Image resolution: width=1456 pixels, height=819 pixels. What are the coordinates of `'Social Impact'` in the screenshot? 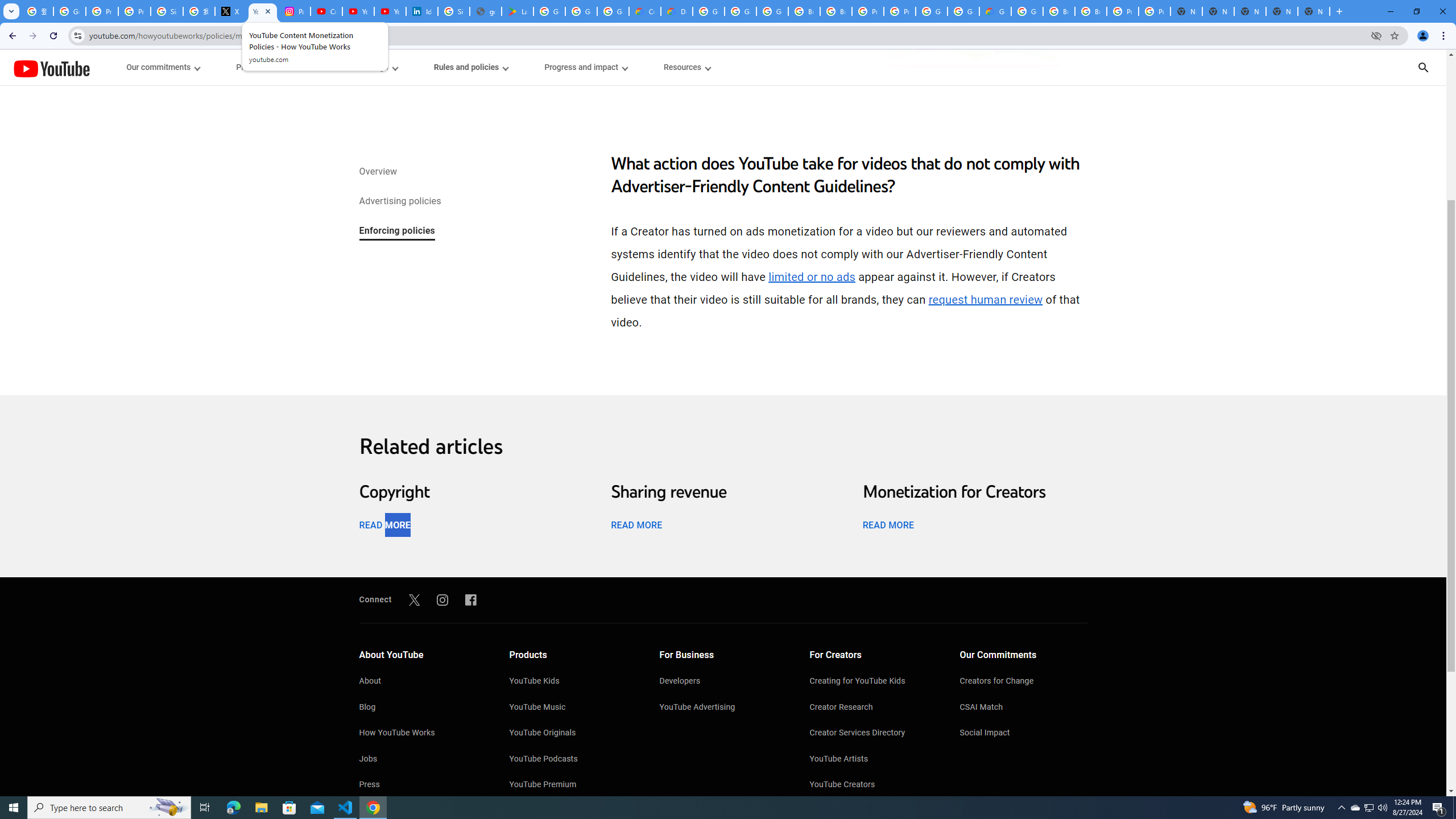 It's located at (1023, 734).